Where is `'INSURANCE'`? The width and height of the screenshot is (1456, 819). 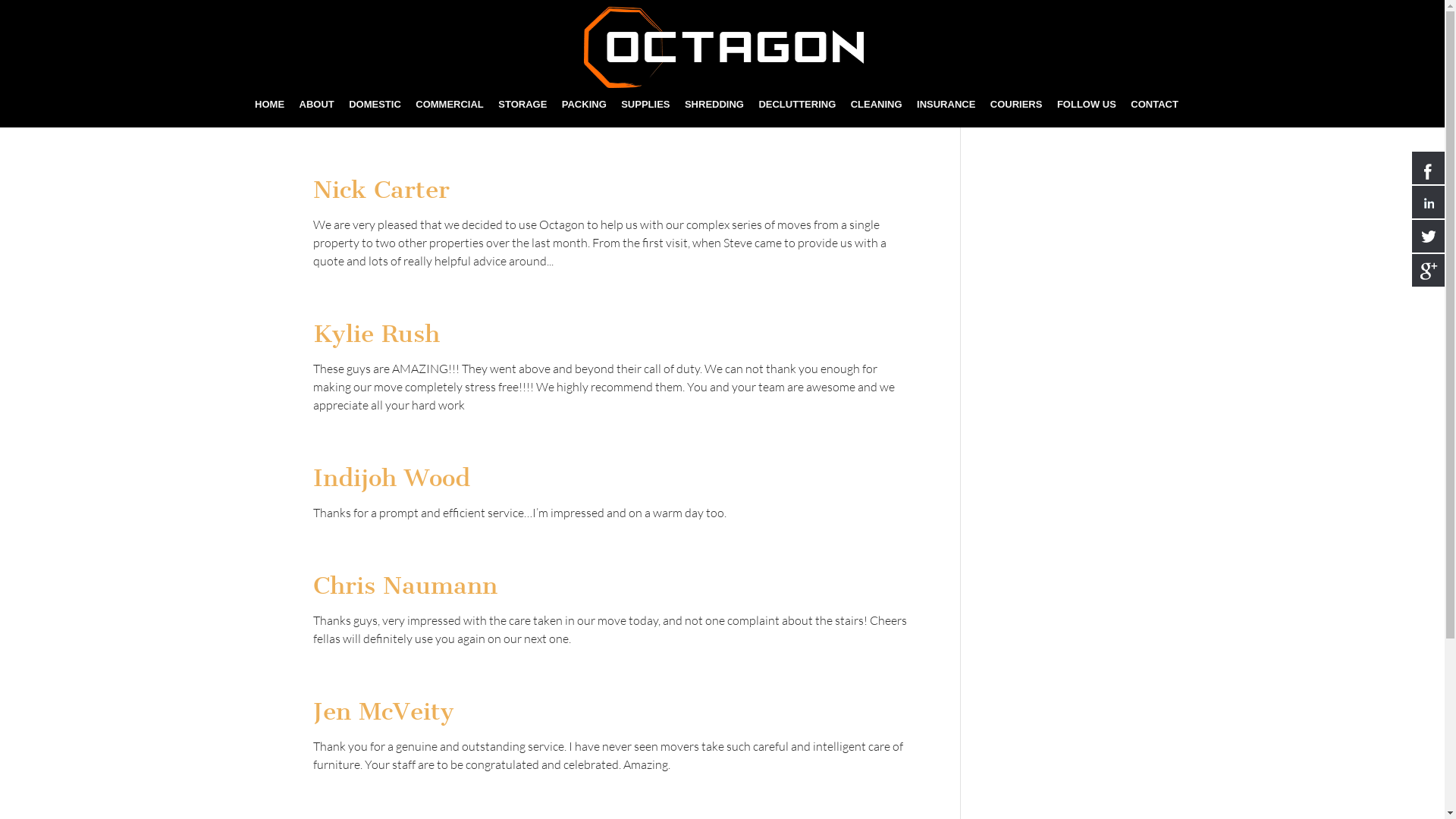 'INSURANCE' is located at coordinates (945, 112).